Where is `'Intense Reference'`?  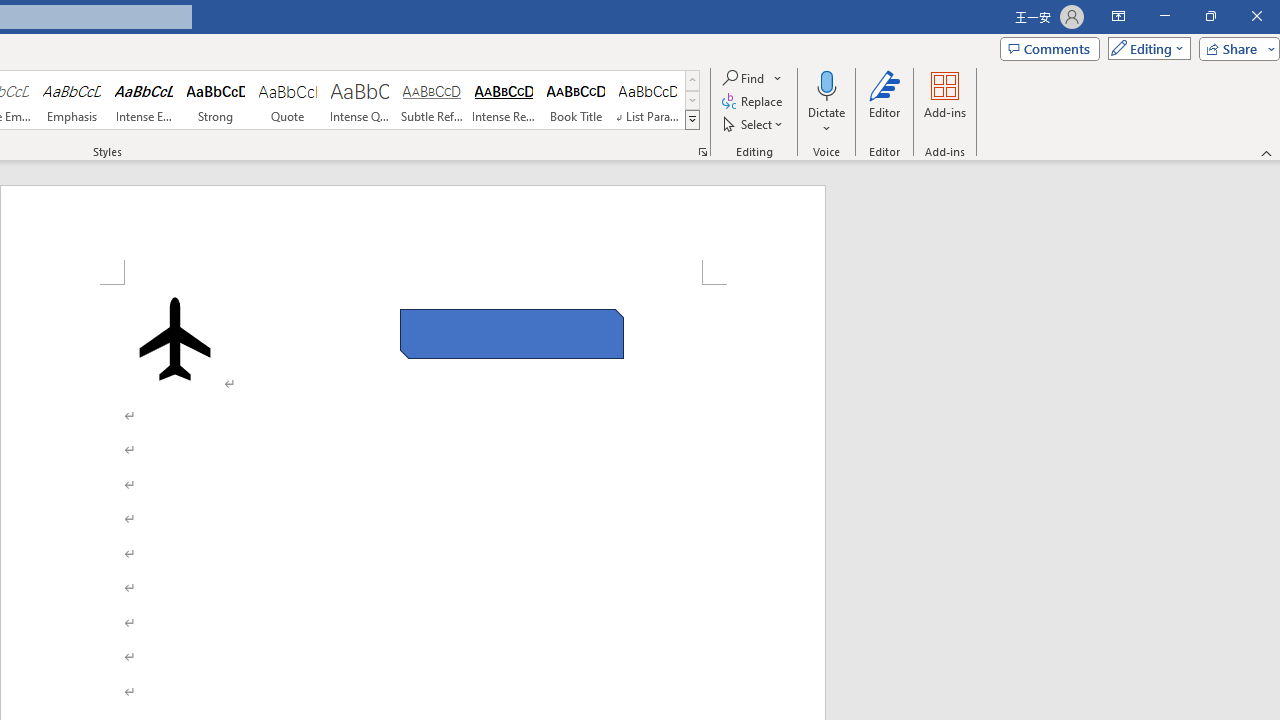
'Intense Reference' is located at coordinates (504, 100).